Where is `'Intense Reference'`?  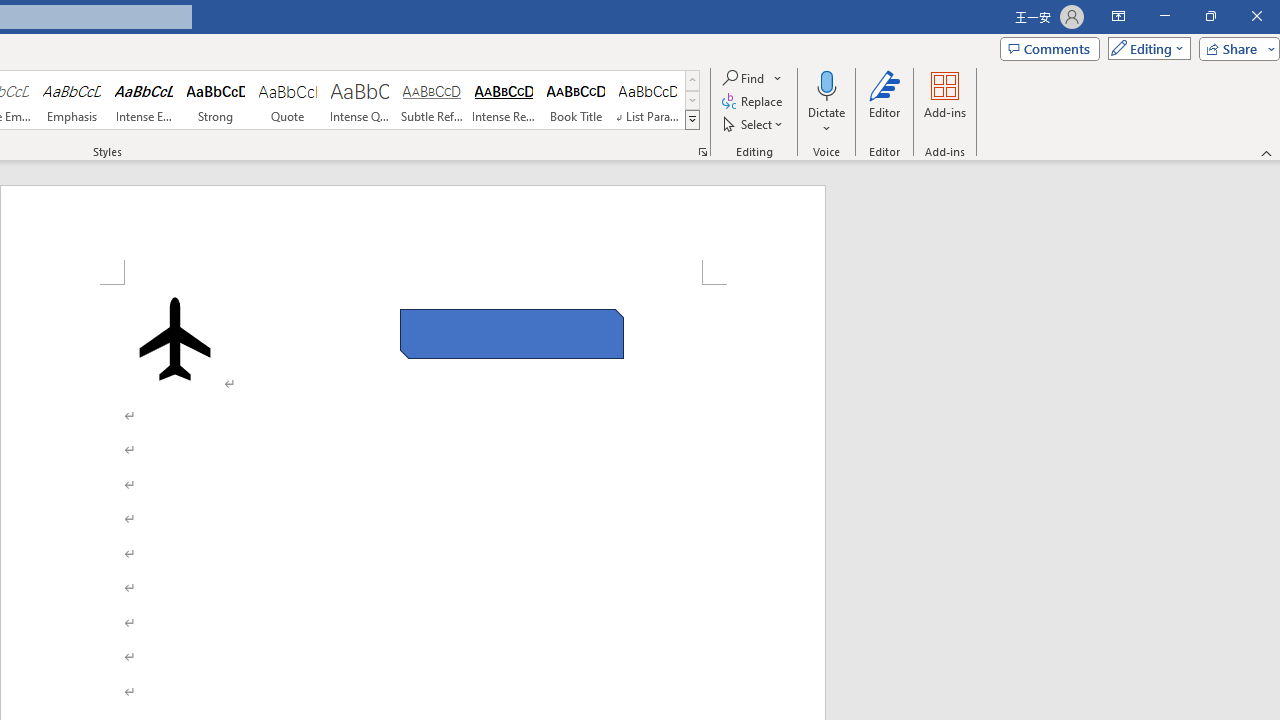
'Intense Reference' is located at coordinates (504, 100).